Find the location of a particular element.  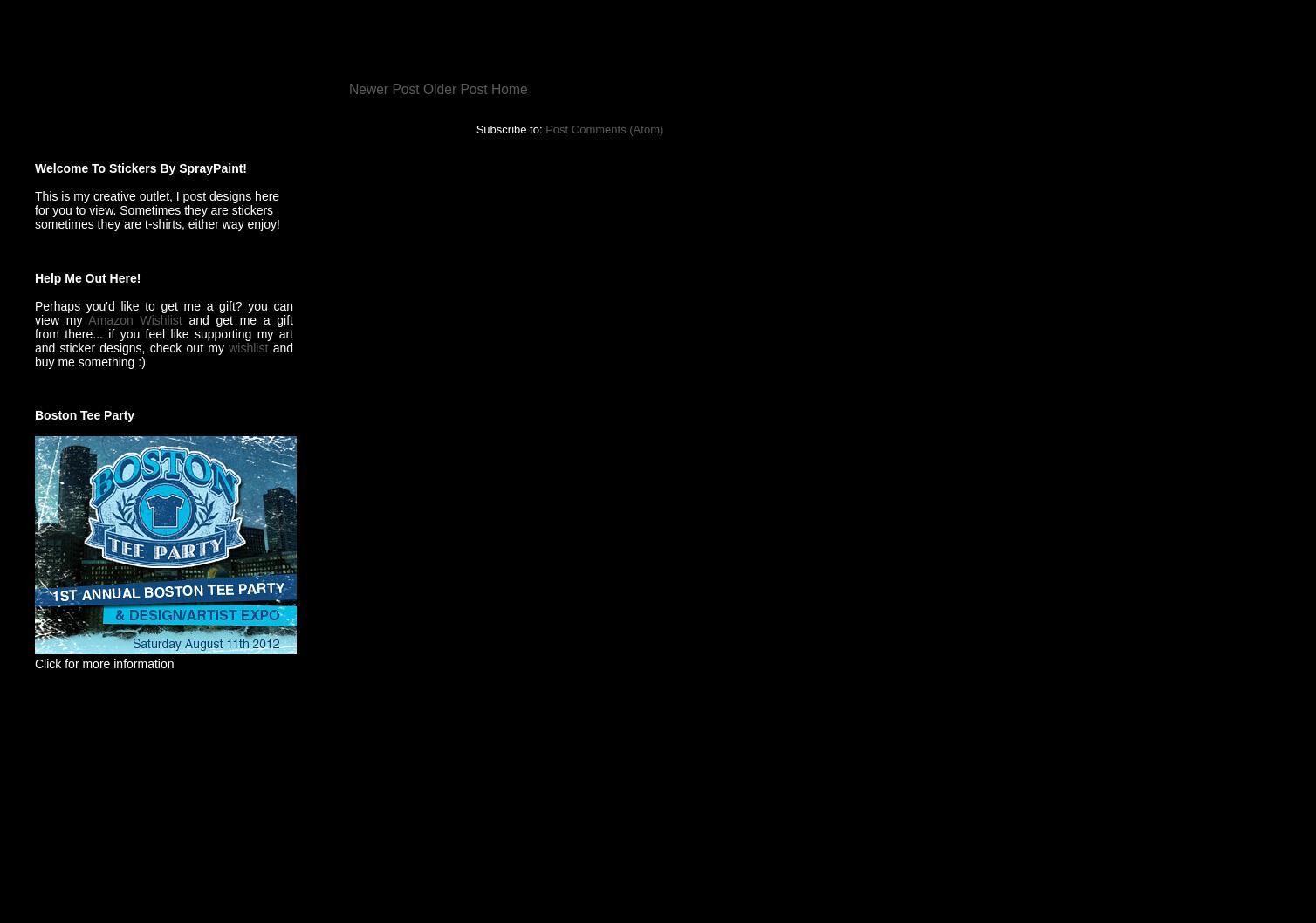

'Welcome To Stickers By SprayPaint!' is located at coordinates (141, 168).